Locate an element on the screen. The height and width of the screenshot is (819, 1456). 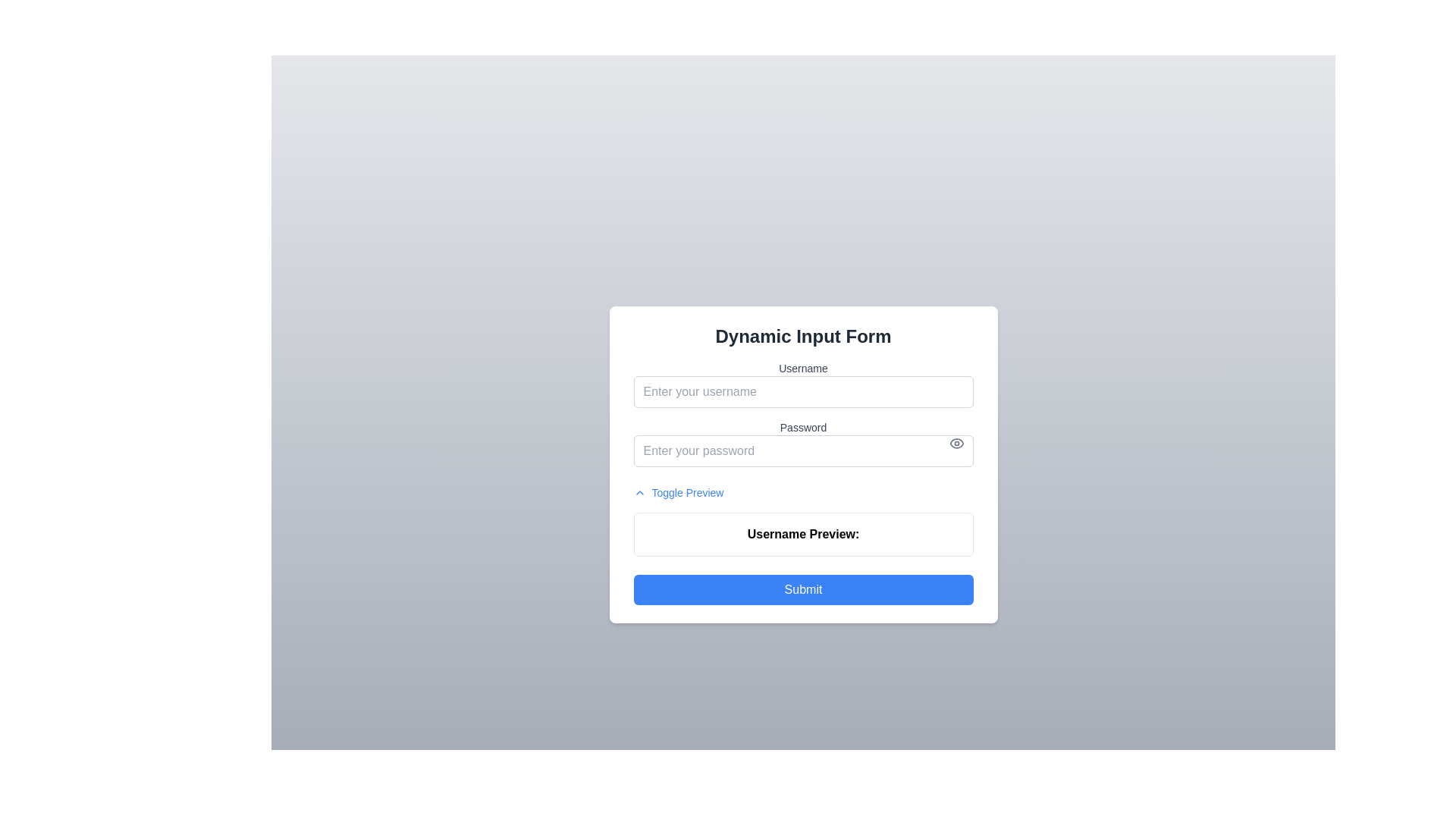
the 'Submit' button, which is a rectangular button with white text on a blue background, located at the bottom of the form interface is located at coordinates (802, 589).